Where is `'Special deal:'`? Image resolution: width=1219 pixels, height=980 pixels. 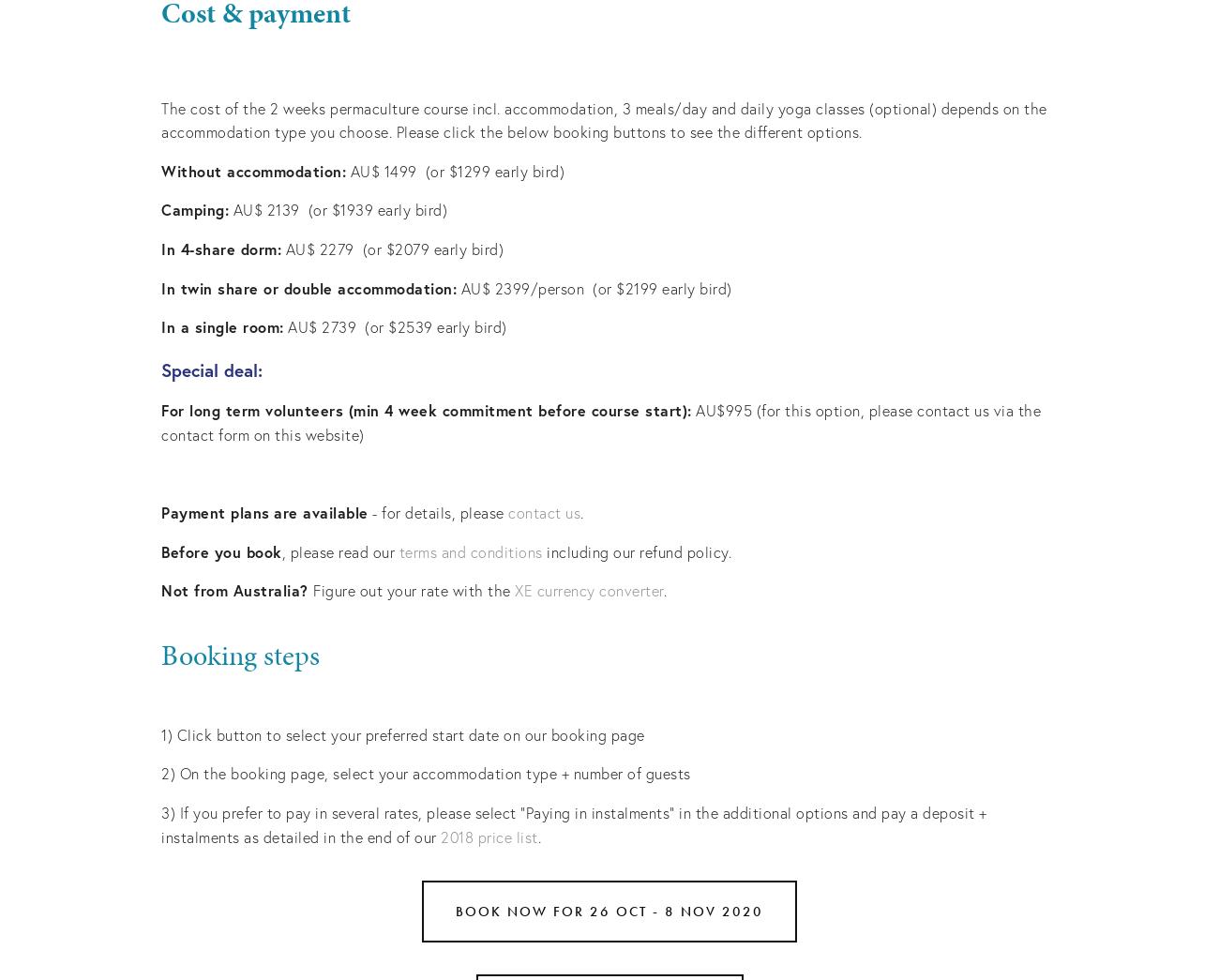
'Special deal:' is located at coordinates (210, 368).